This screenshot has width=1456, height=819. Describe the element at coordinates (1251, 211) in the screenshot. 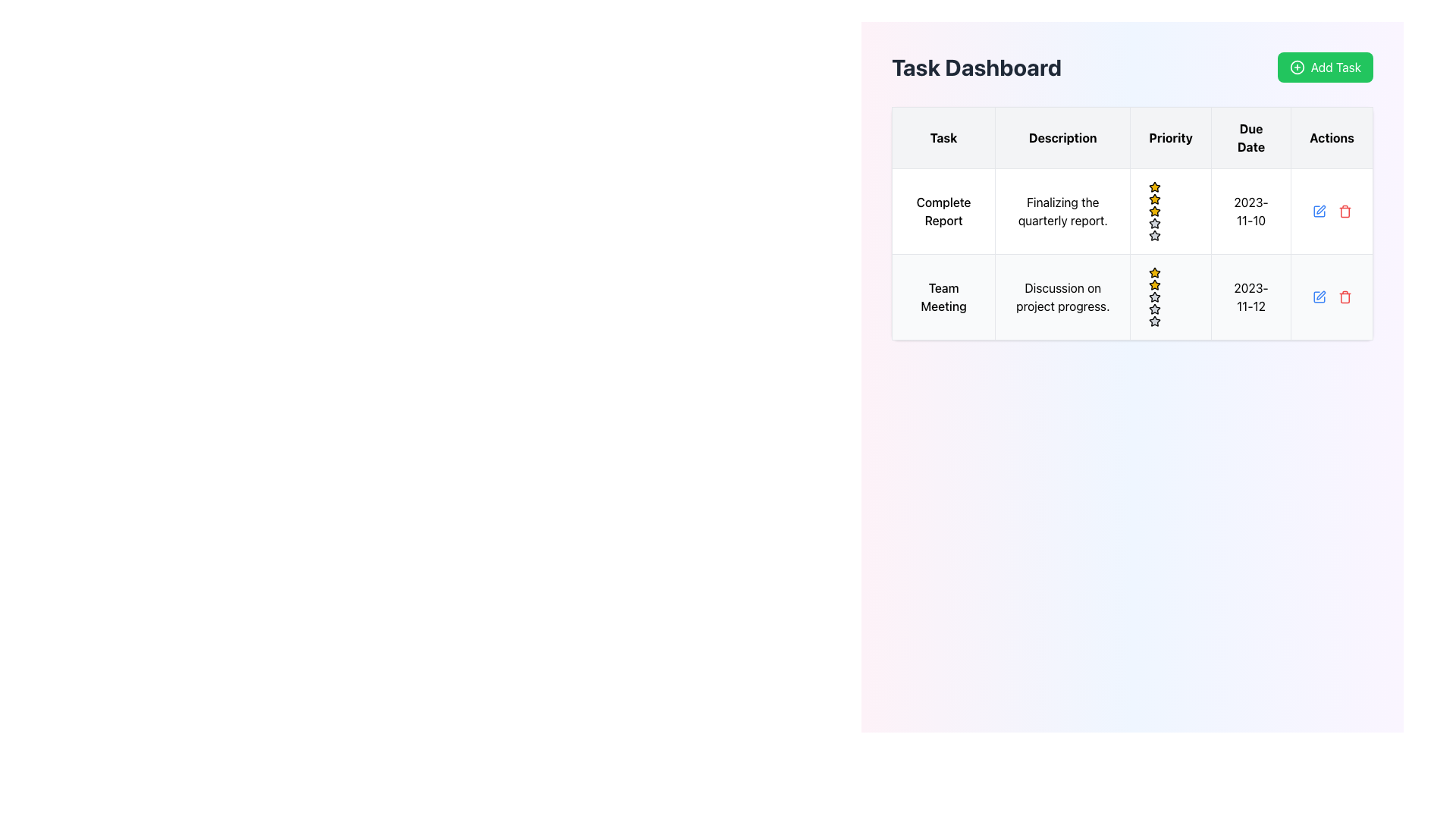

I see `the Text Display element that shows the due date '2023-11-10', which is styled with centered black text on a white background and is positioned in the 'Due Date' column of the first row in a table layout, between the 'Priority' stars and the 'Actions' icons` at that location.